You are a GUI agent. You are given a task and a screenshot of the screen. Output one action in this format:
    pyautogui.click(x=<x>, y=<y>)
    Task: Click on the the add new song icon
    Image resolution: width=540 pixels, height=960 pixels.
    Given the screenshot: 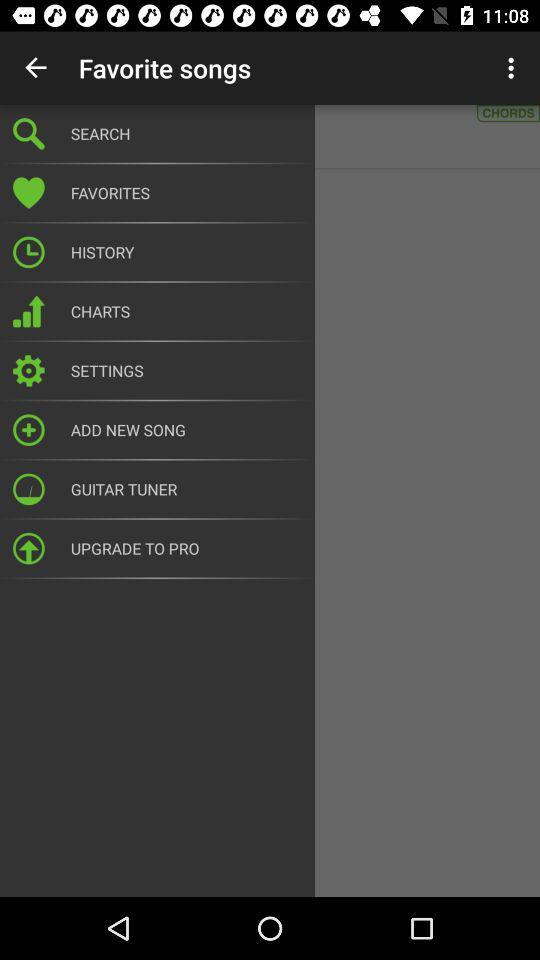 What is the action you would take?
    pyautogui.click(x=186, y=430)
    